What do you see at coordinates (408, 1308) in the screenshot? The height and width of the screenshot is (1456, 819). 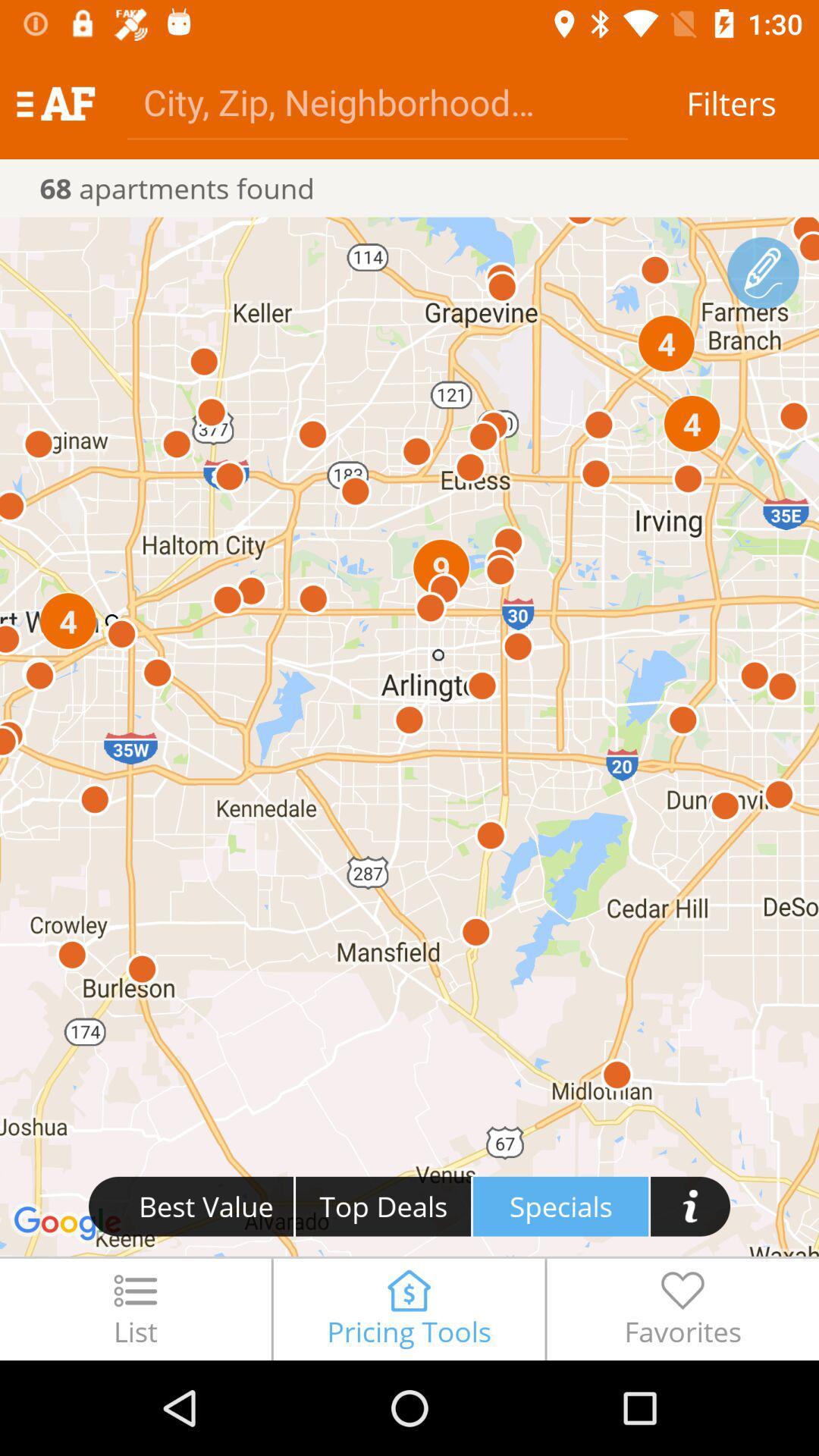 I see `the item to the right of the list item` at bounding box center [408, 1308].